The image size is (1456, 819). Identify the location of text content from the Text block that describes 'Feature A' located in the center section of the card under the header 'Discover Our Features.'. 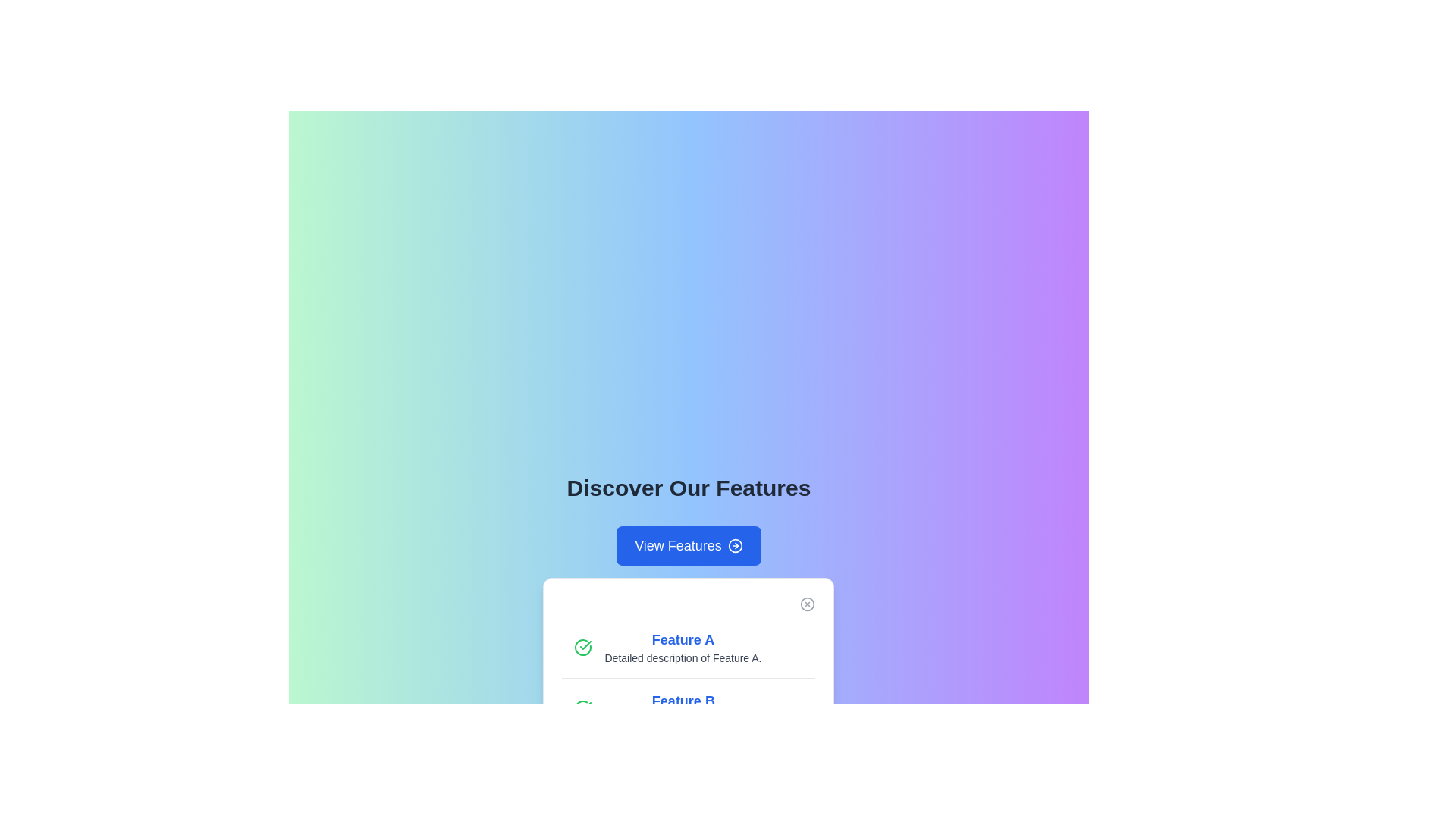
(682, 647).